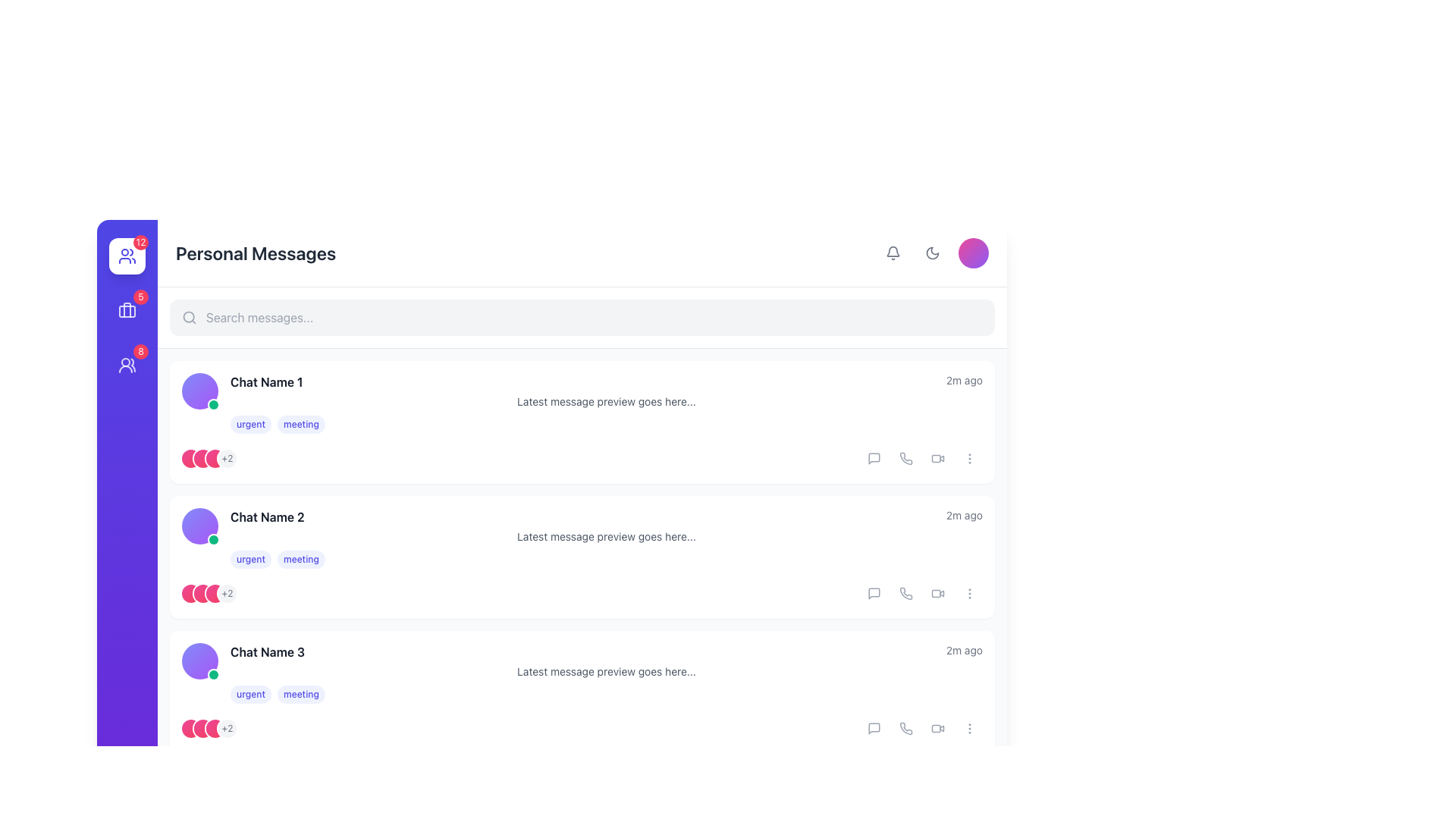 This screenshot has height=819, width=1456. What do you see at coordinates (268, 651) in the screenshot?
I see `text label displaying 'Chat Name 3' which is styled as the main heading in bold, dark gray font, located towards the bottom of the chat list interface` at bounding box center [268, 651].